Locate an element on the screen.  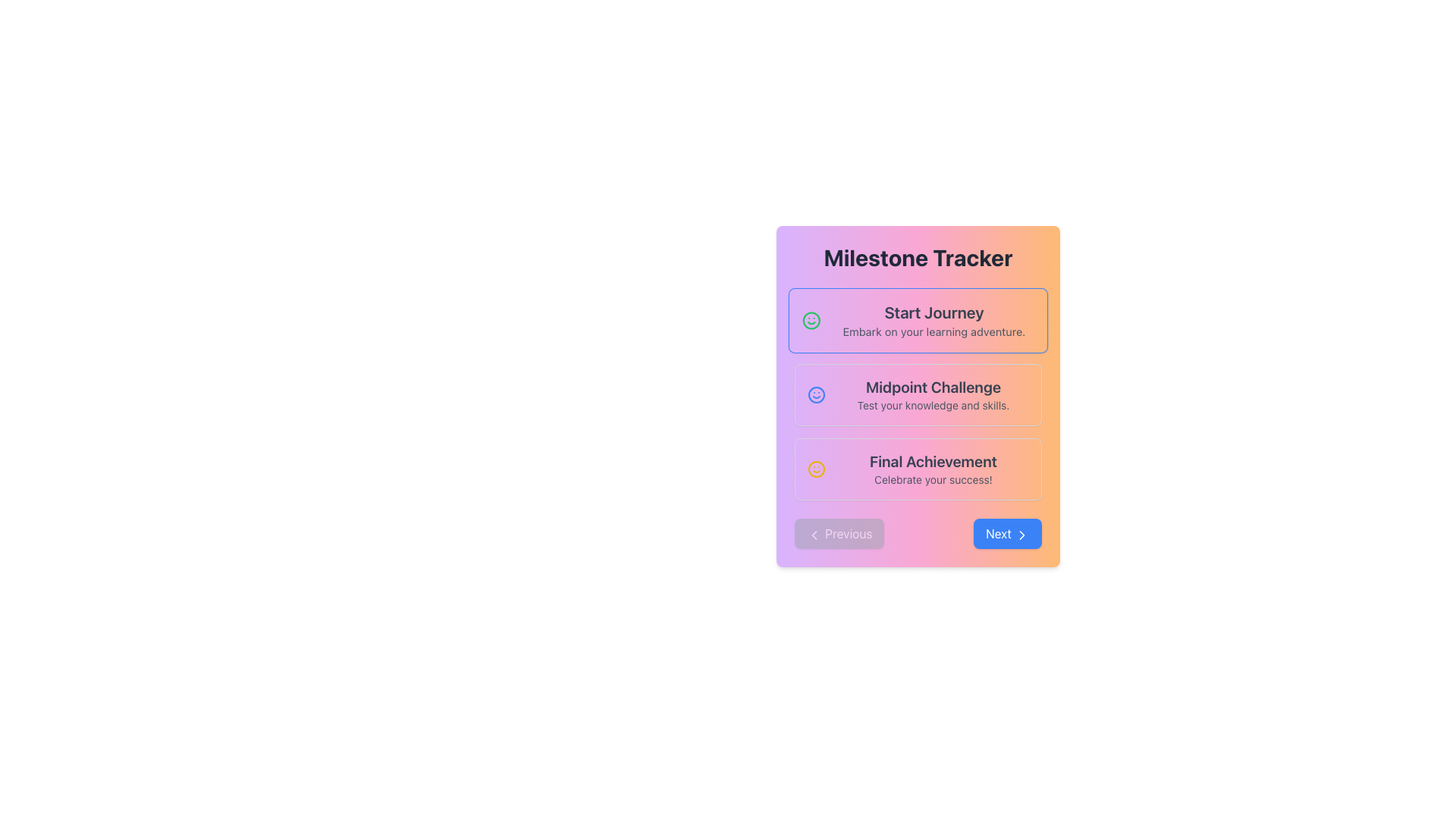
the Circle element in the SVG graphic that is part of the smiley icon, located at the center of the 'Start Journey' component in the milestone tracker interface is located at coordinates (815, 394).